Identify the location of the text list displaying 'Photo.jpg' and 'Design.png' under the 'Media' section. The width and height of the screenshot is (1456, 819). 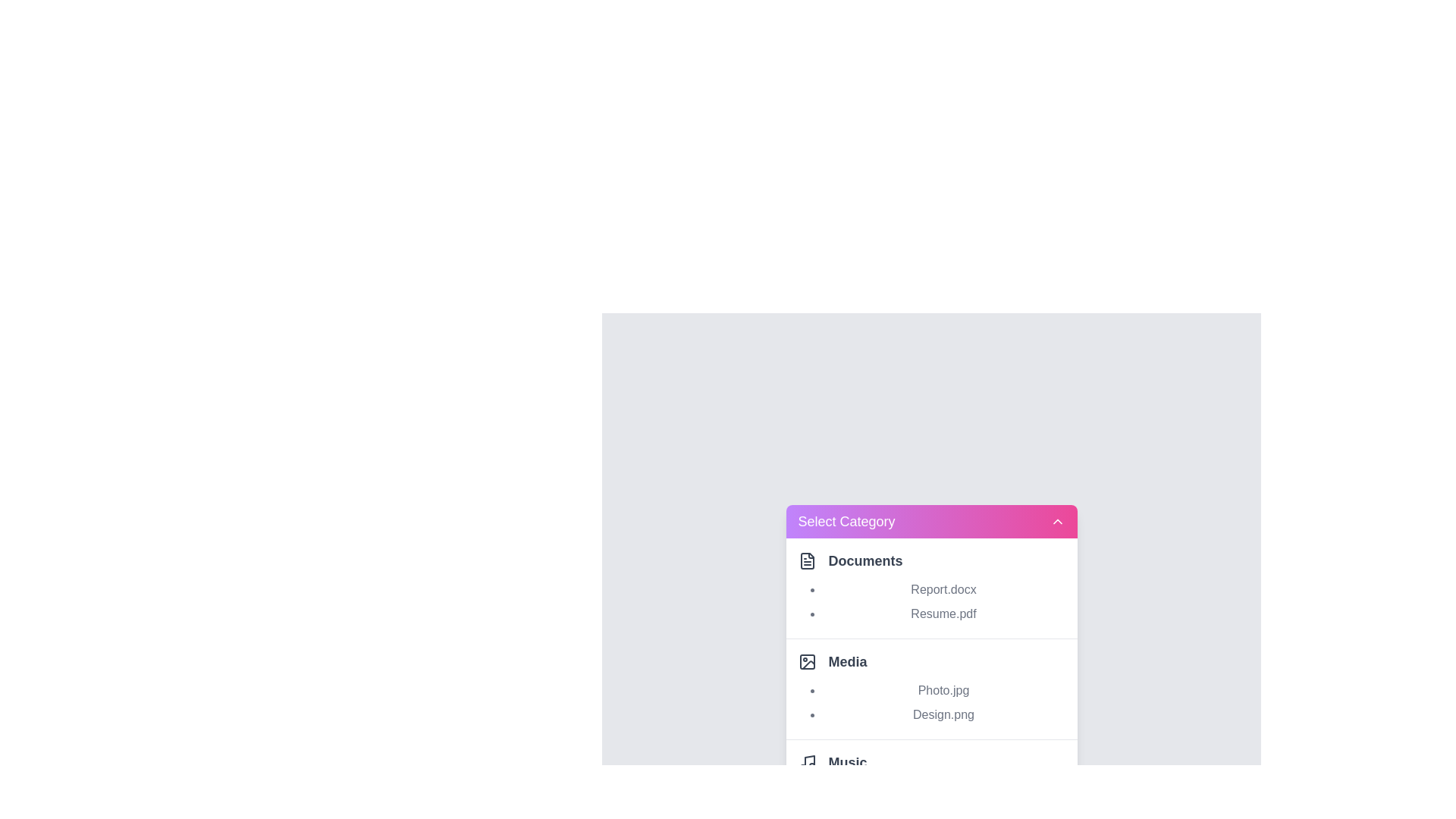
(943, 702).